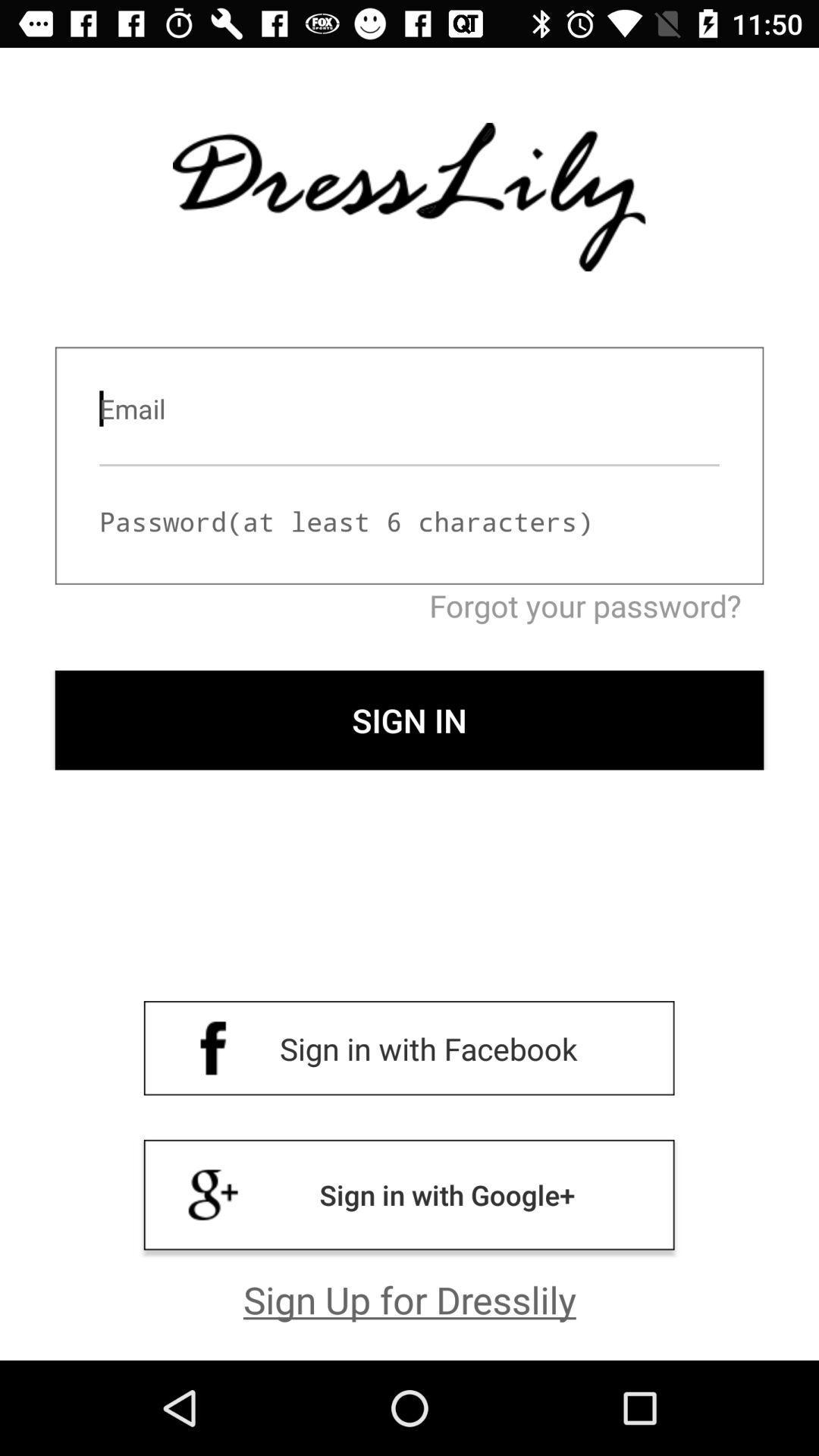  What do you see at coordinates (409, 604) in the screenshot?
I see `item above the sign in` at bounding box center [409, 604].